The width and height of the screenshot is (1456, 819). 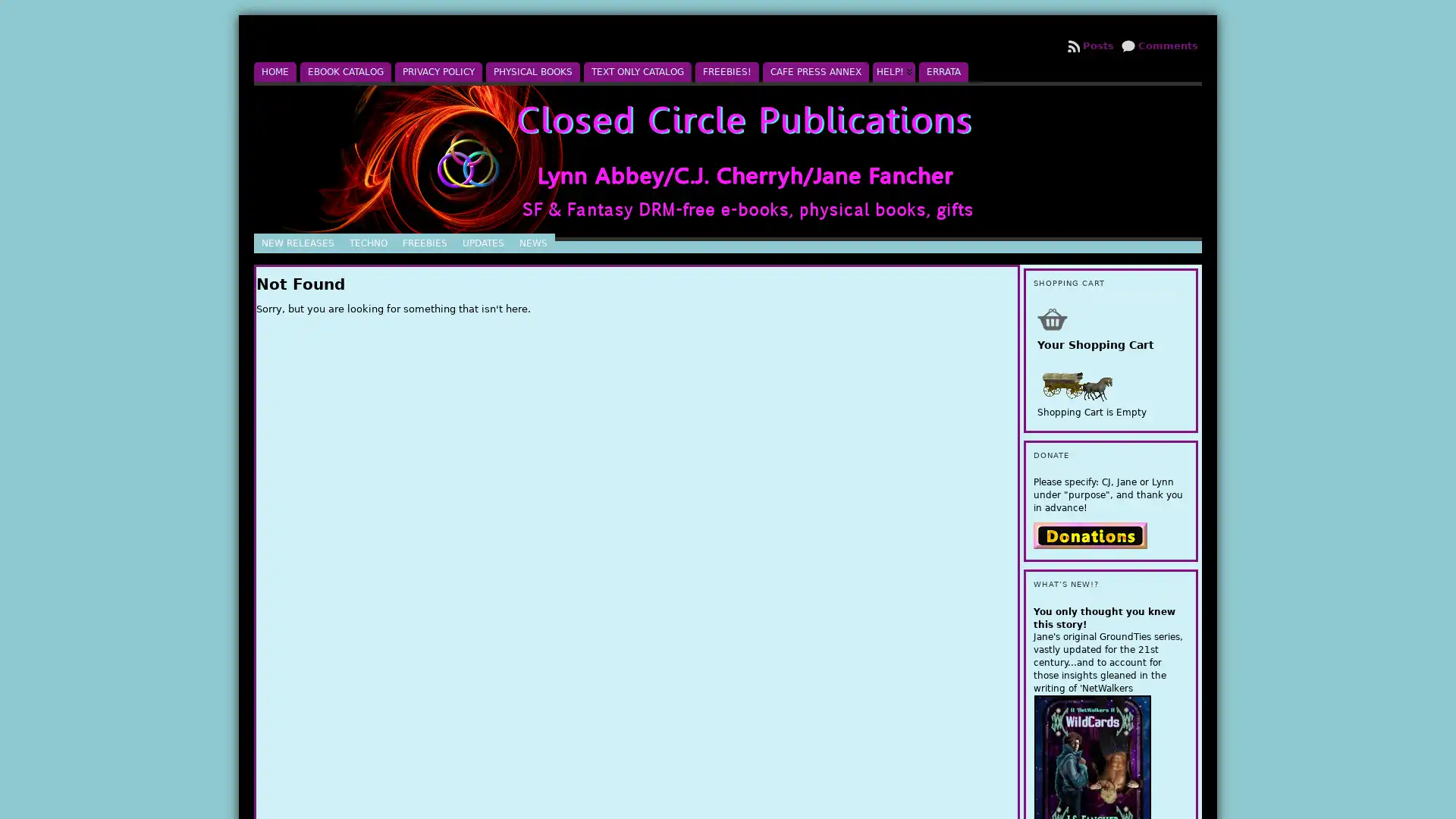 I want to click on Shopping Cart, so click(x=1051, y=318).